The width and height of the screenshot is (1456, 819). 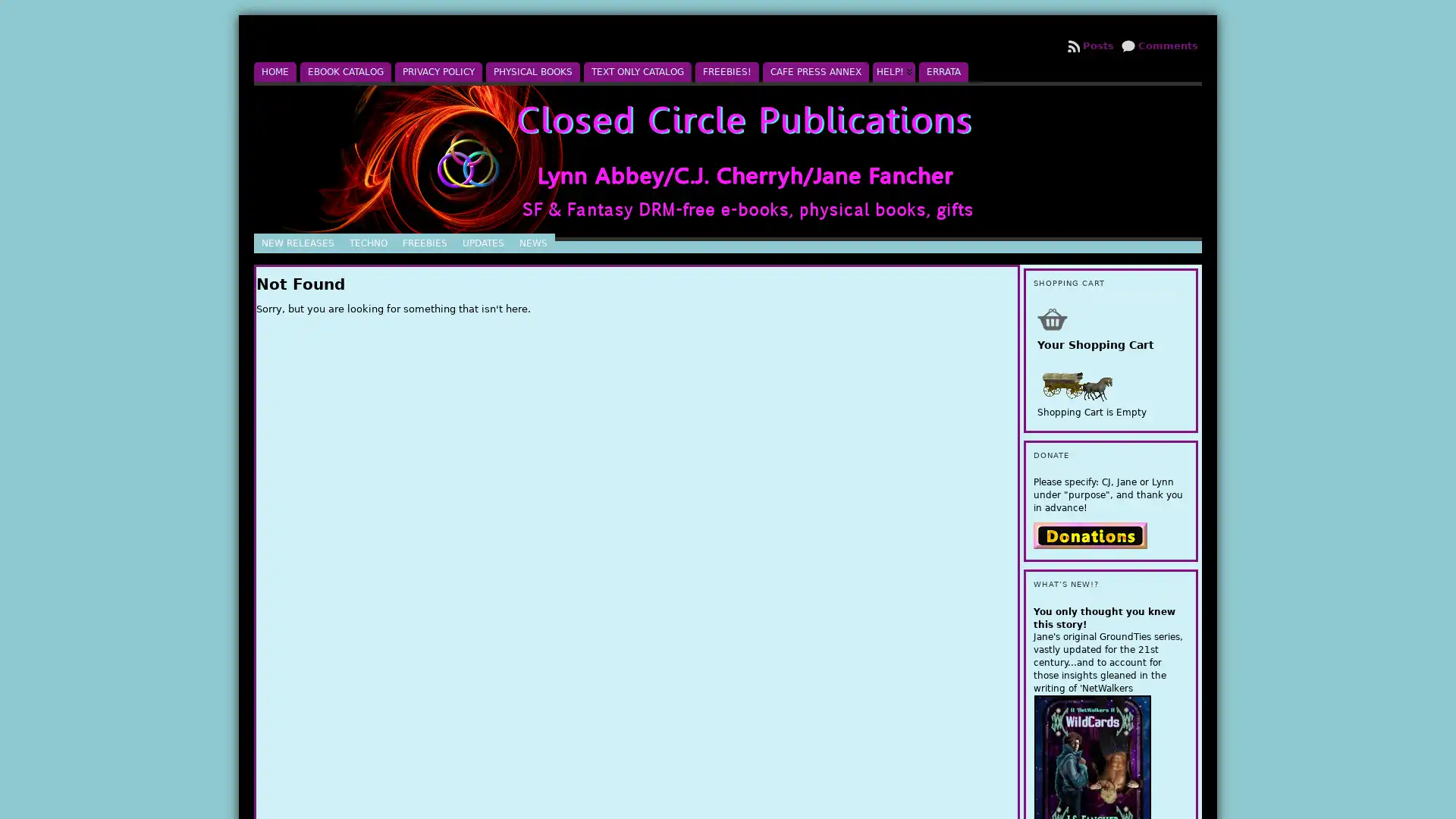 I want to click on Shopping Cart, so click(x=1051, y=318).